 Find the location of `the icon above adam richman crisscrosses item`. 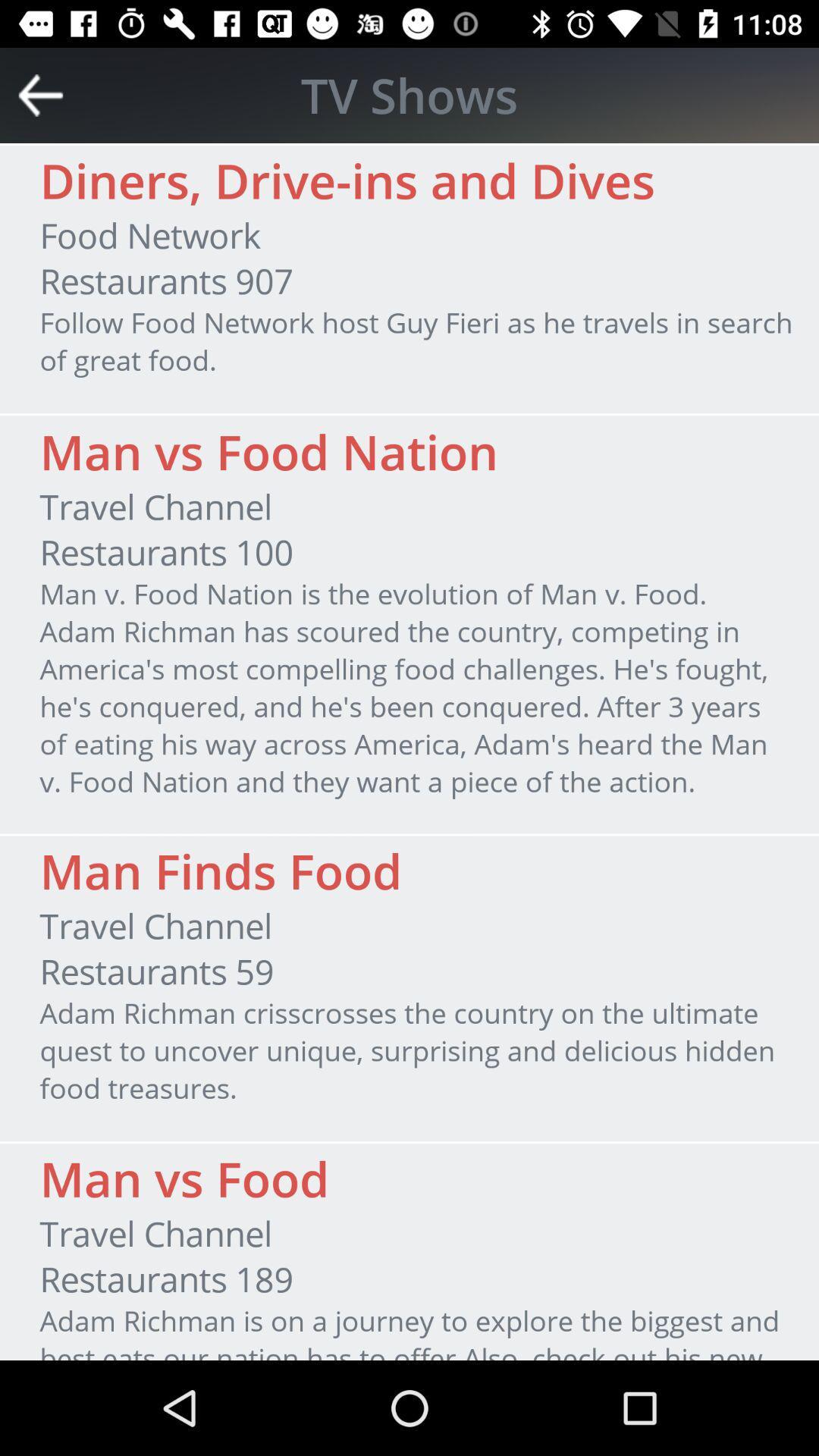

the icon above adam richman crisscrosses item is located at coordinates (157, 971).